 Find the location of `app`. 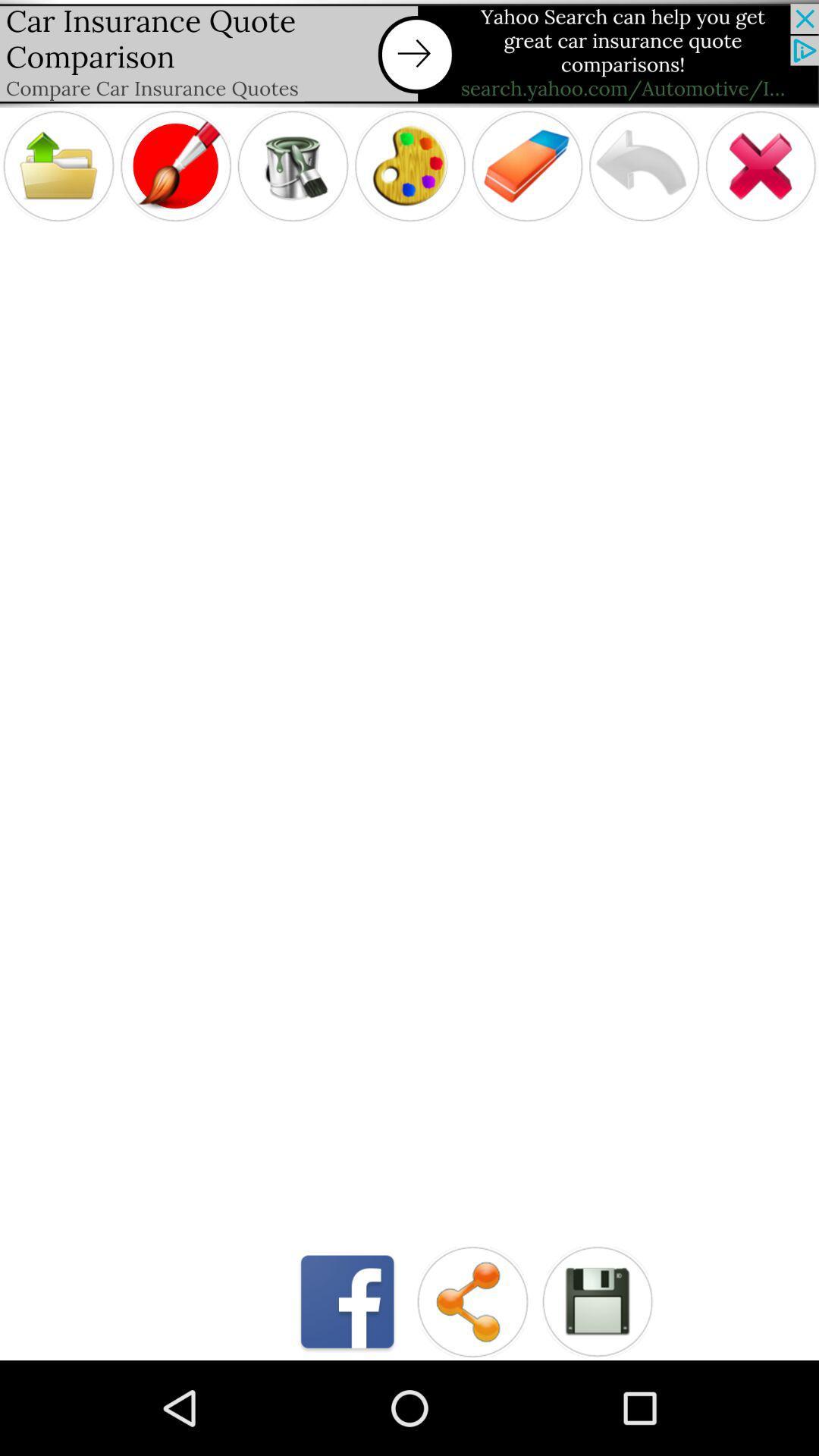

app is located at coordinates (761, 166).